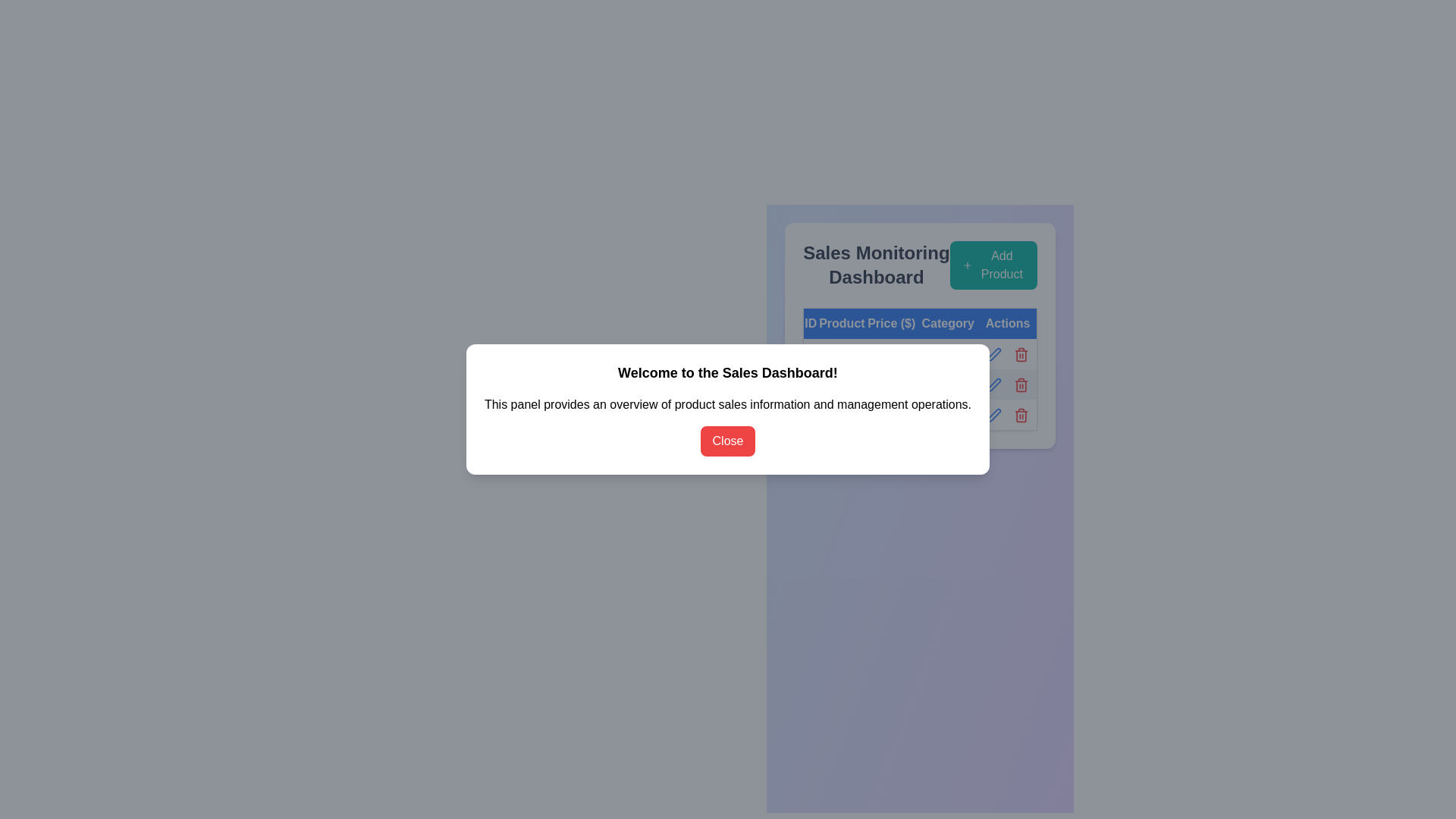 The image size is (1456, 819). Describe the element at coordinates (919, 322) in the screenshot. I see `column headings from the Table Header Row located beneath the 'Sales Monitoring Dashboard' title, which includes ID, product name, price, category, and actions` at that location.